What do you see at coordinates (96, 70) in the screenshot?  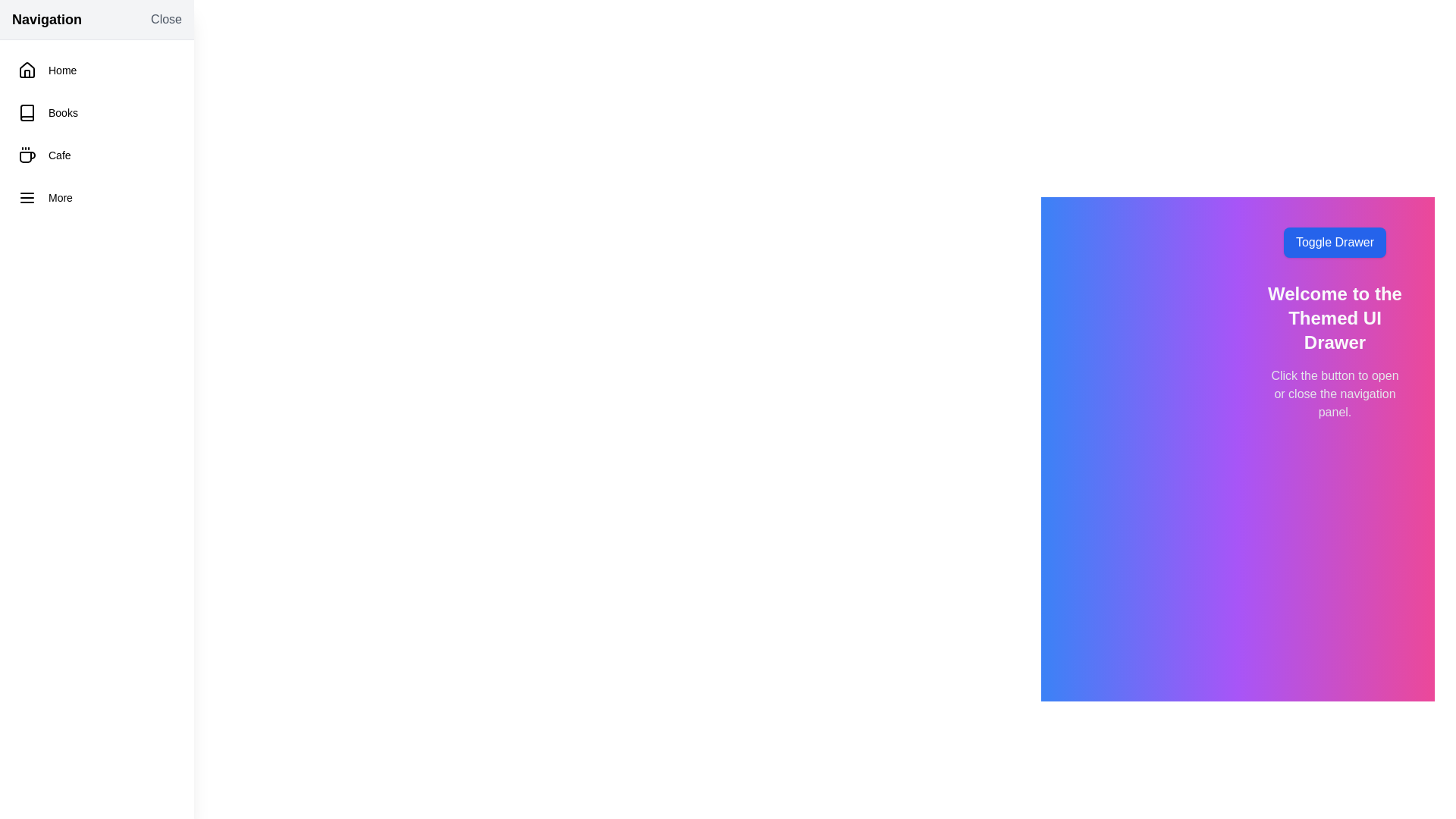 I see `the navigation item labeled 'Home'` at bounding box center [96, 70].